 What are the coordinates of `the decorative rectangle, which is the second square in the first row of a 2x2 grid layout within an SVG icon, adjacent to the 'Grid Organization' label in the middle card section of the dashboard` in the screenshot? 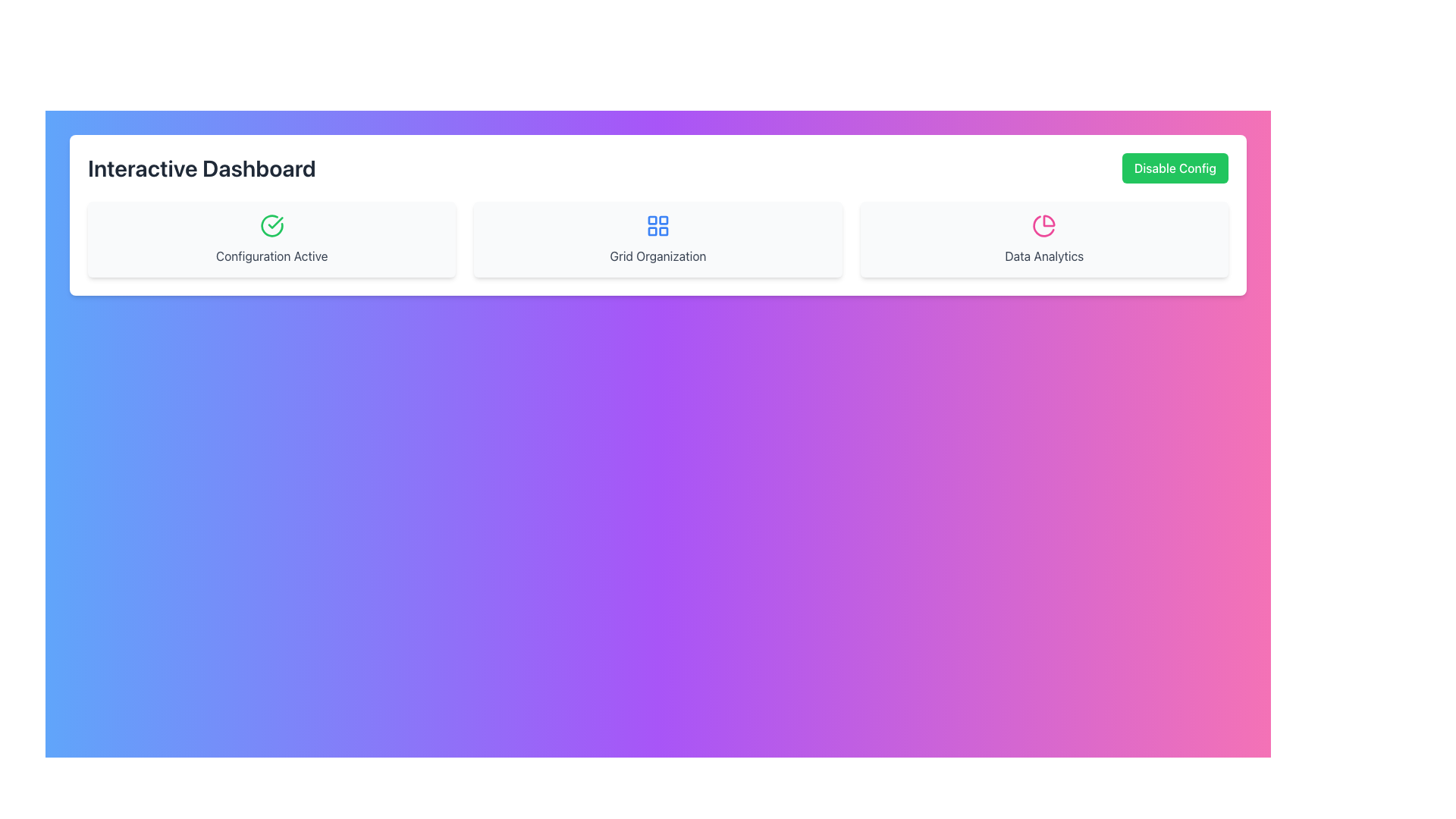 It's located at (664, 220).